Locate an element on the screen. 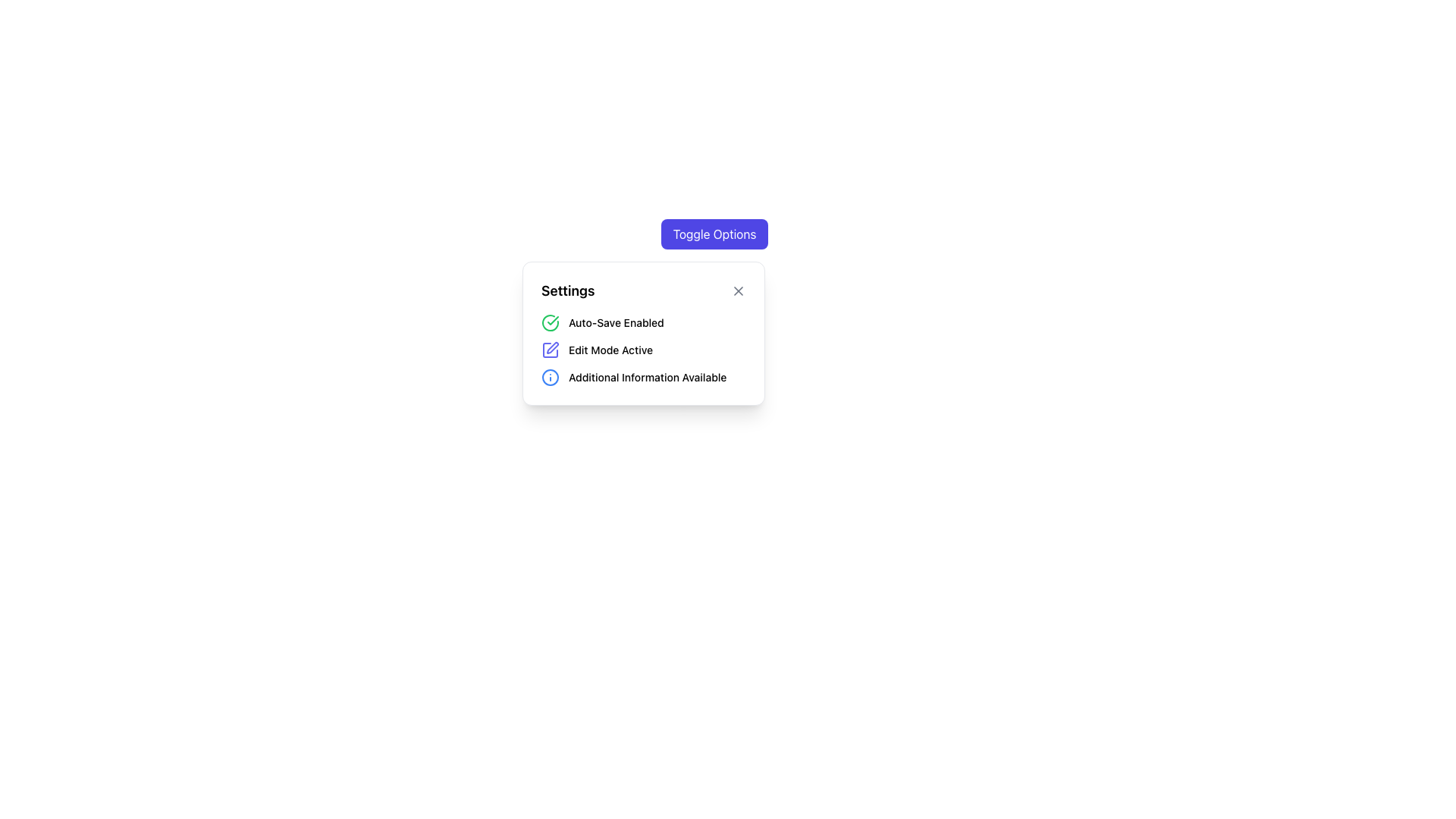 This screenshot has height=819, width=1456. the circular icon with a blue stroke located in the 'Settings' menu is located at coordinates (549, 376).